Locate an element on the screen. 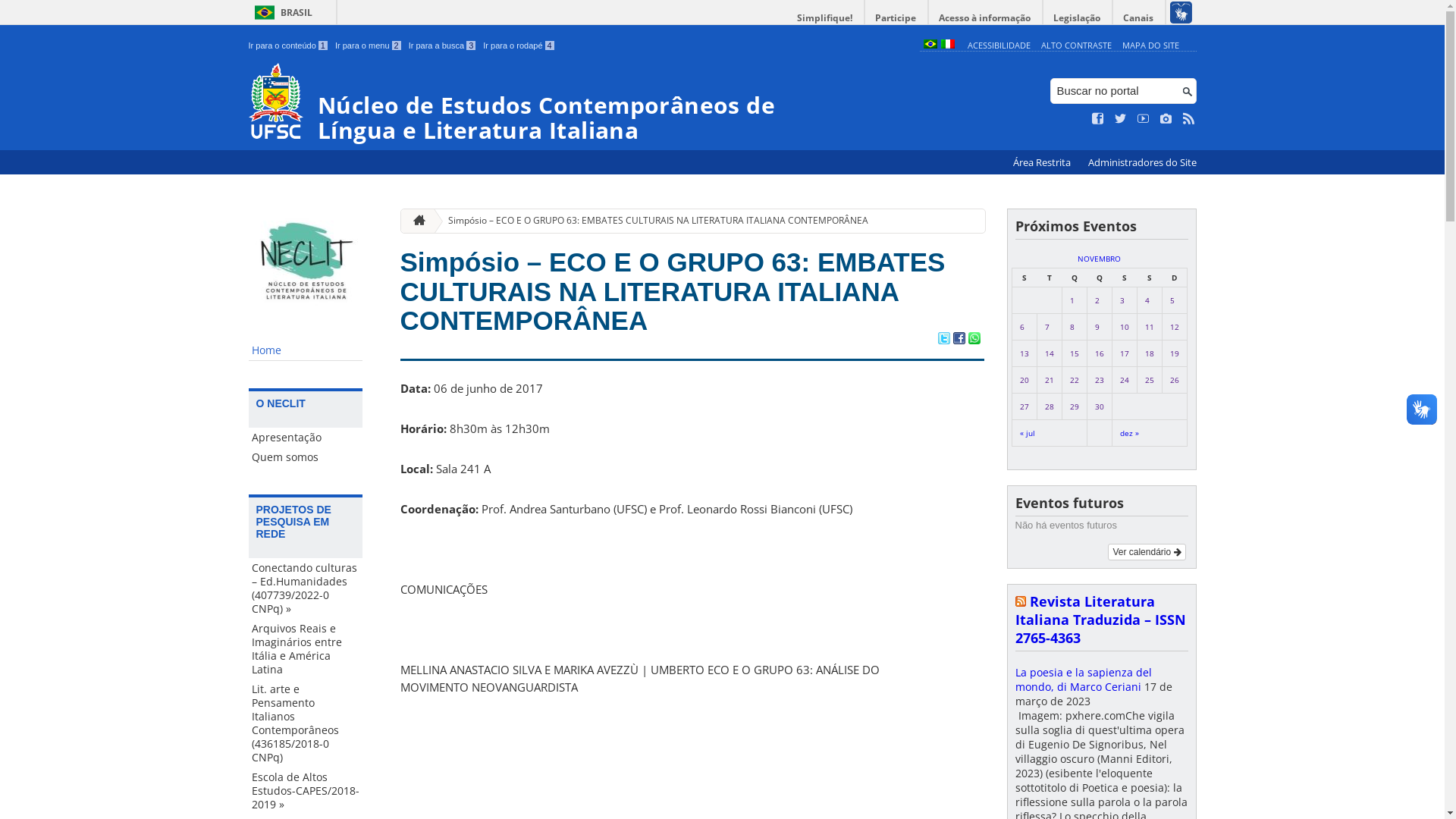  'MAPA DO SITE' is located at coordinates (1150, 44).